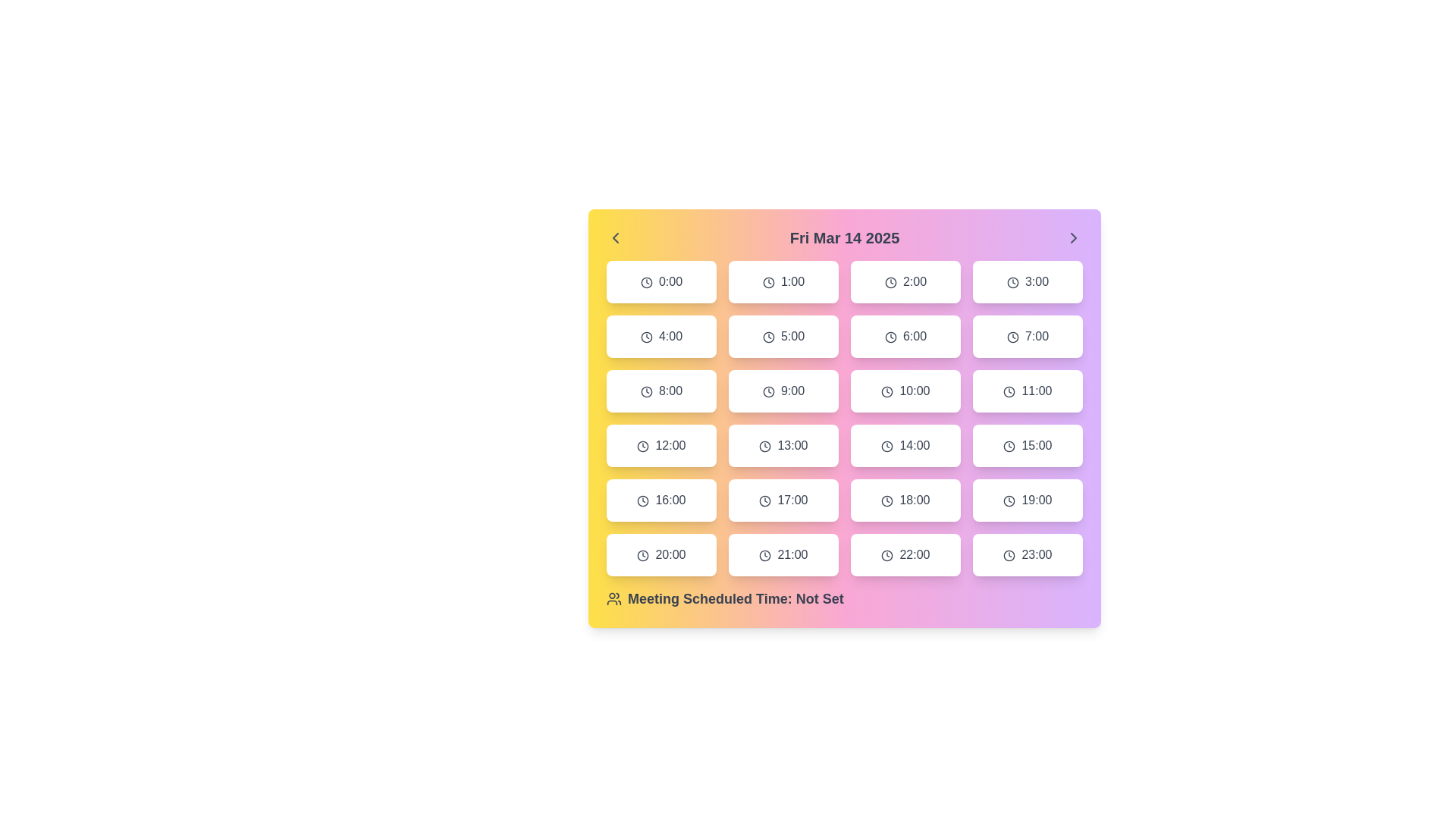 The height and width of the screenshot is (819, 1456). I want to click on the SVG Circle element that is part of the clock icon located in the second grid cell of the topmost row in a 6x4 grid layout, so click(768, 282).